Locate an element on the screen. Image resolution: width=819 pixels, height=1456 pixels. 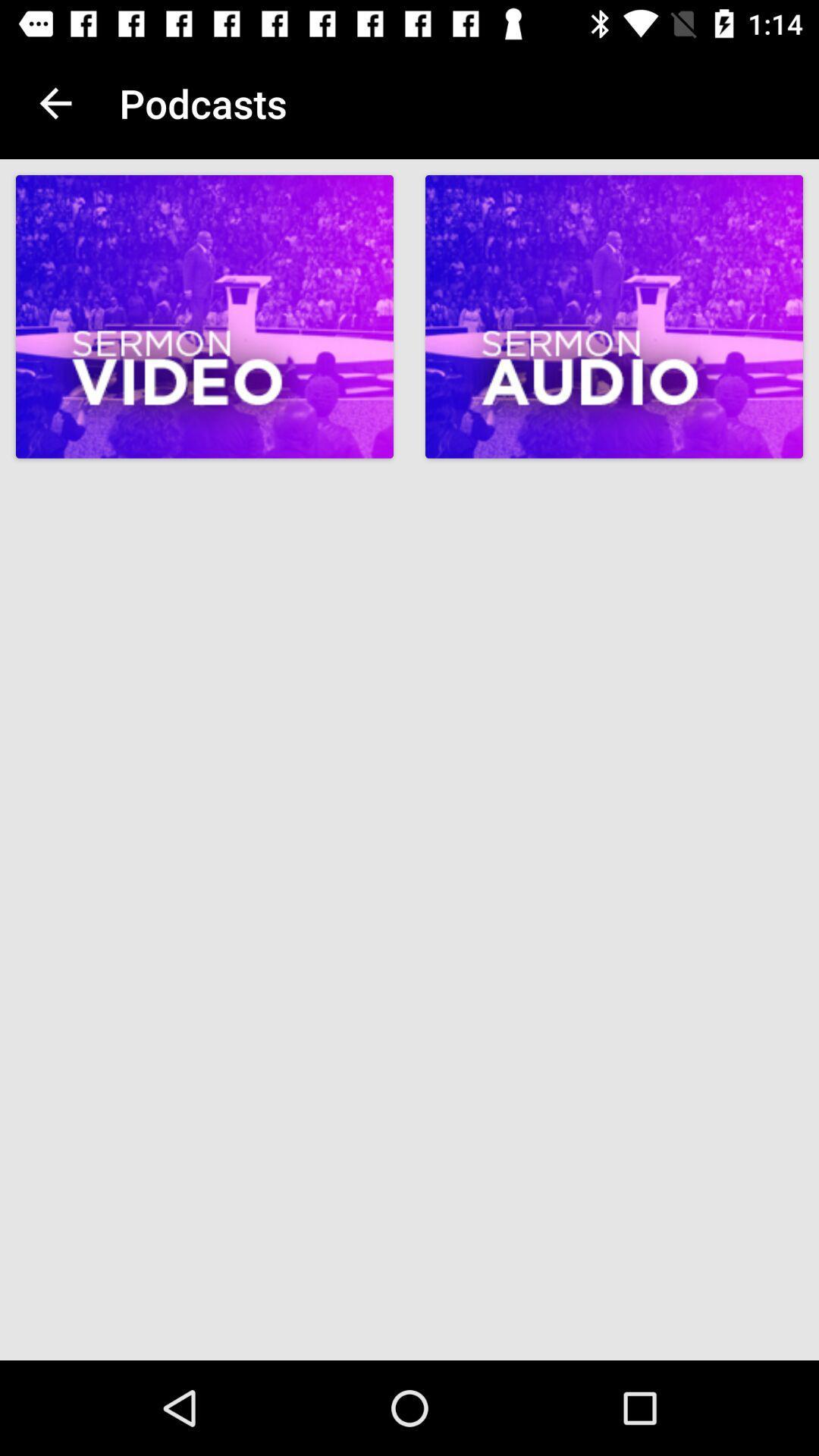
item next to podcasts item is located at coordinates (55, 102).